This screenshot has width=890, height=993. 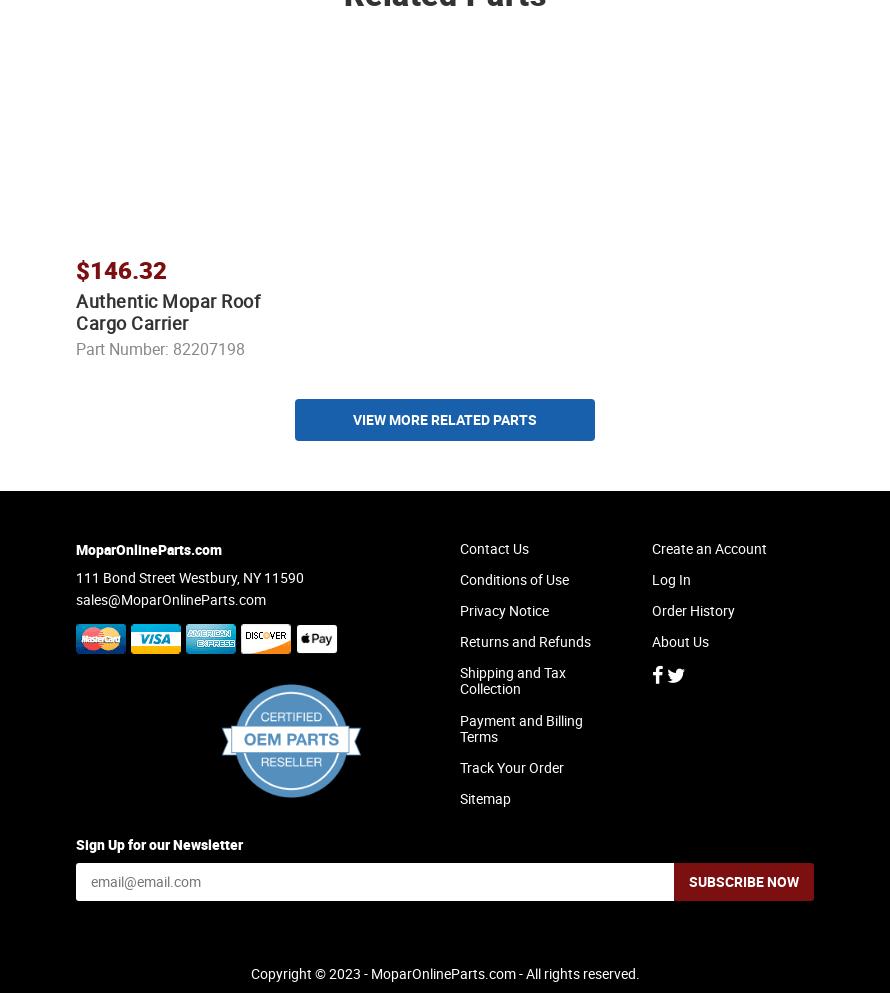 I want to click on 'Create an Account', so click(x=708, y=564).